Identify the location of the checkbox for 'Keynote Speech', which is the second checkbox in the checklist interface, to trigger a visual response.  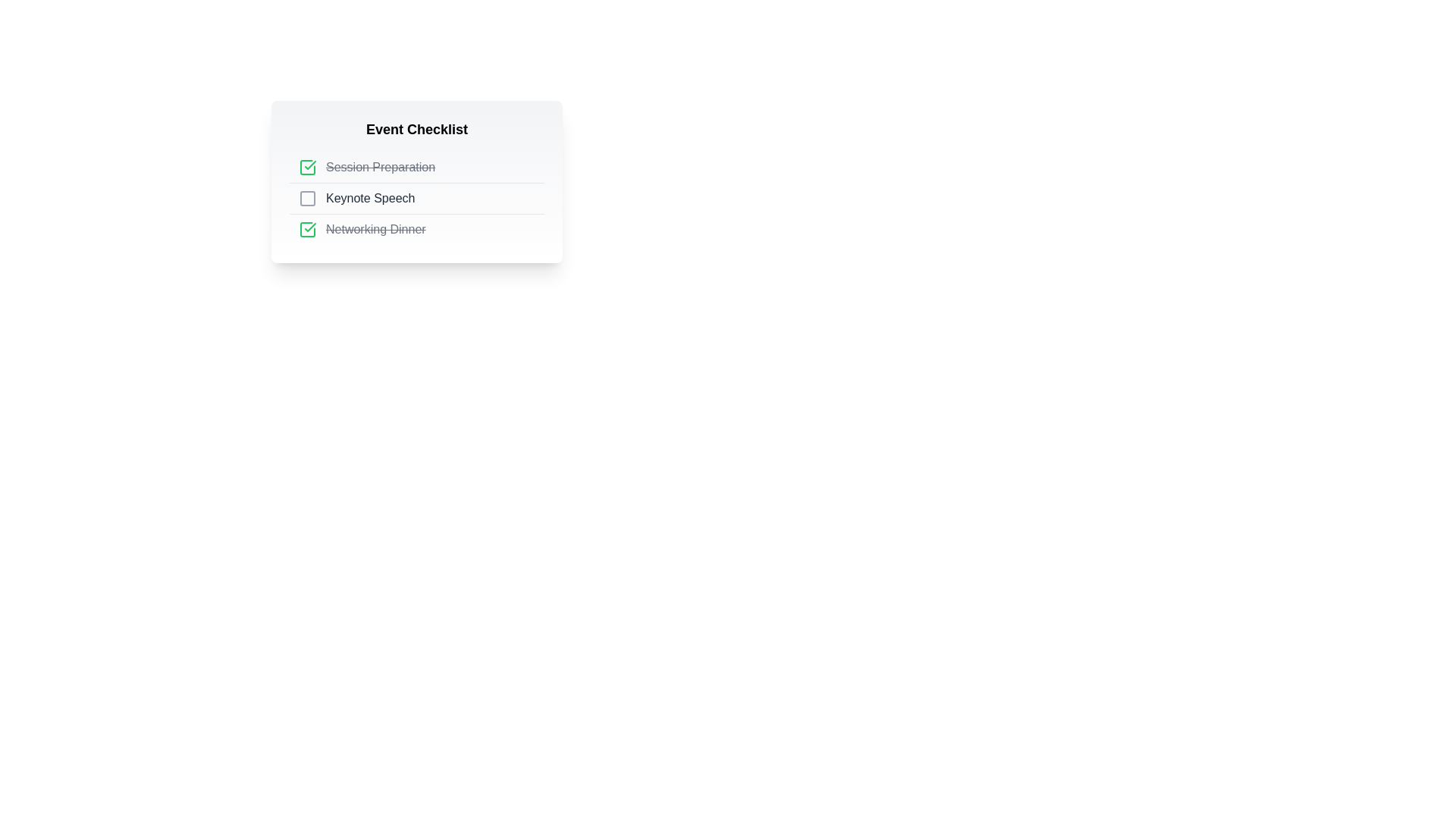
(307, 198).